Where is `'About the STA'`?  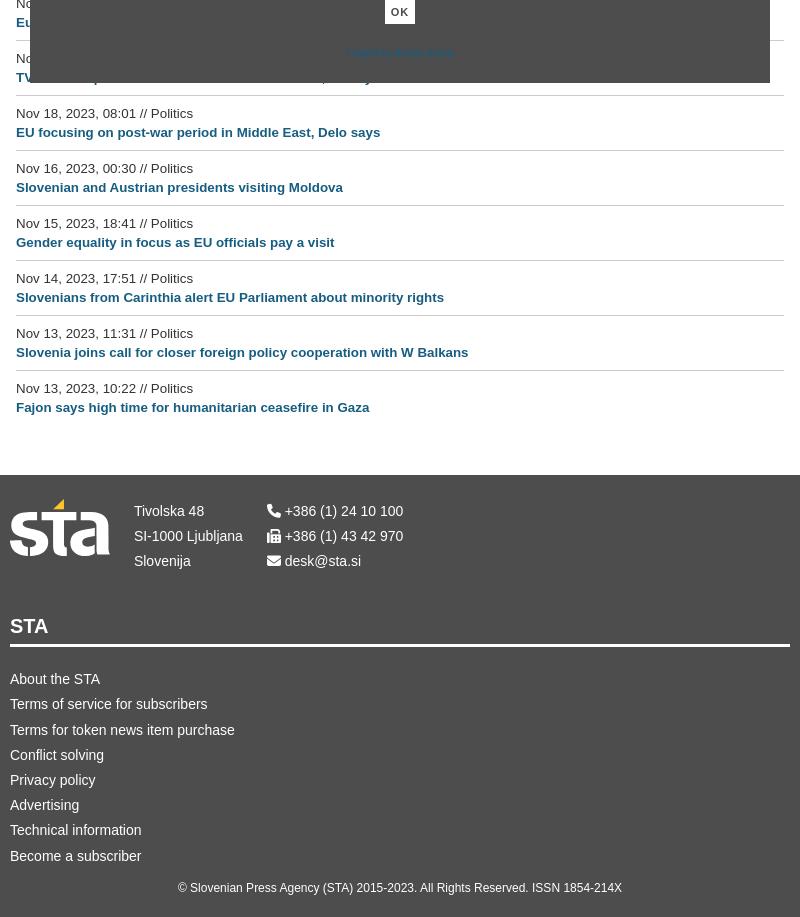 'About the STA' is located at coordinates (10, 679).